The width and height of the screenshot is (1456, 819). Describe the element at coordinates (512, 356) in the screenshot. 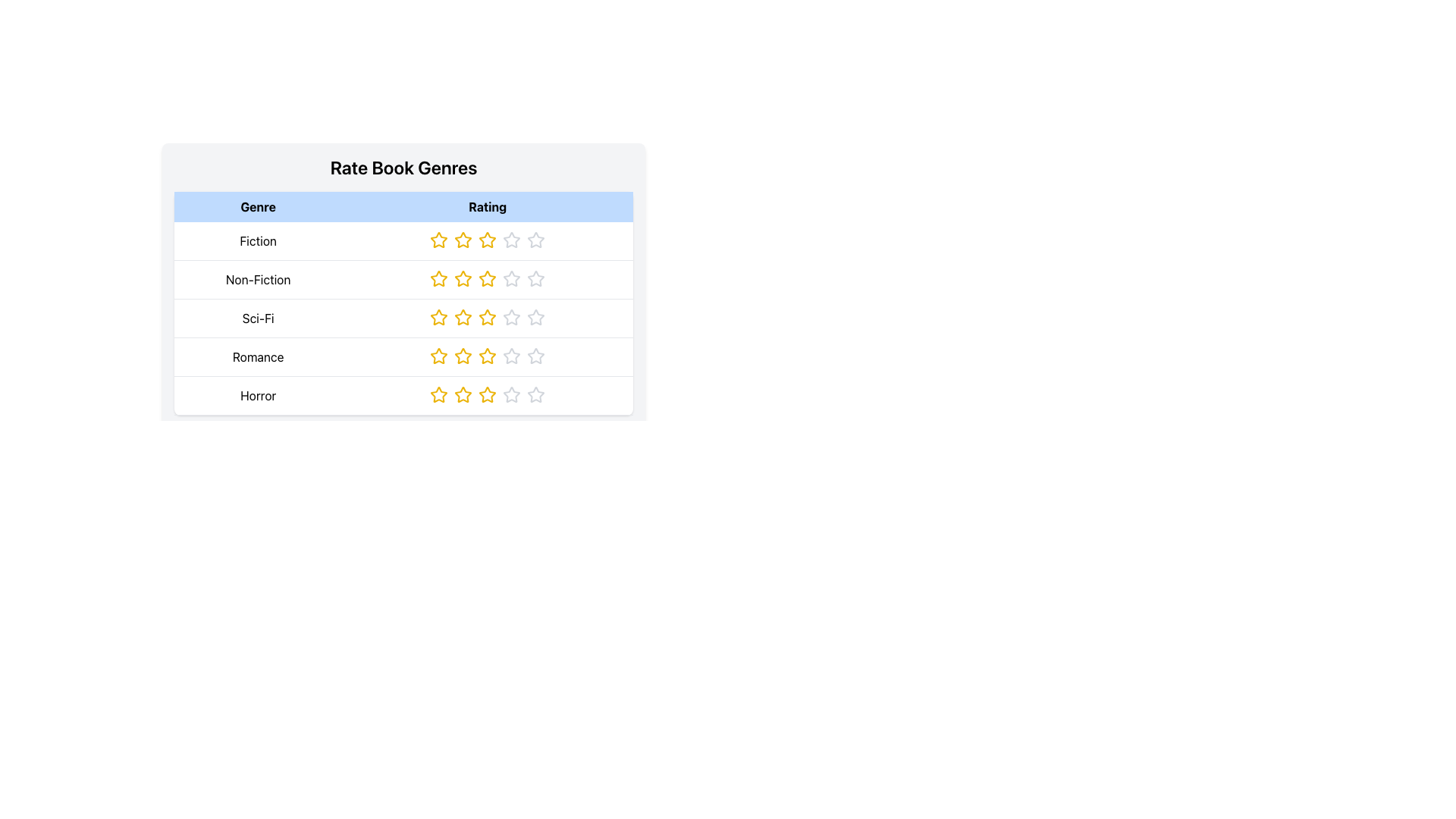

I see `the fourth star icon for rating in the 'Romance' genre` at that location.